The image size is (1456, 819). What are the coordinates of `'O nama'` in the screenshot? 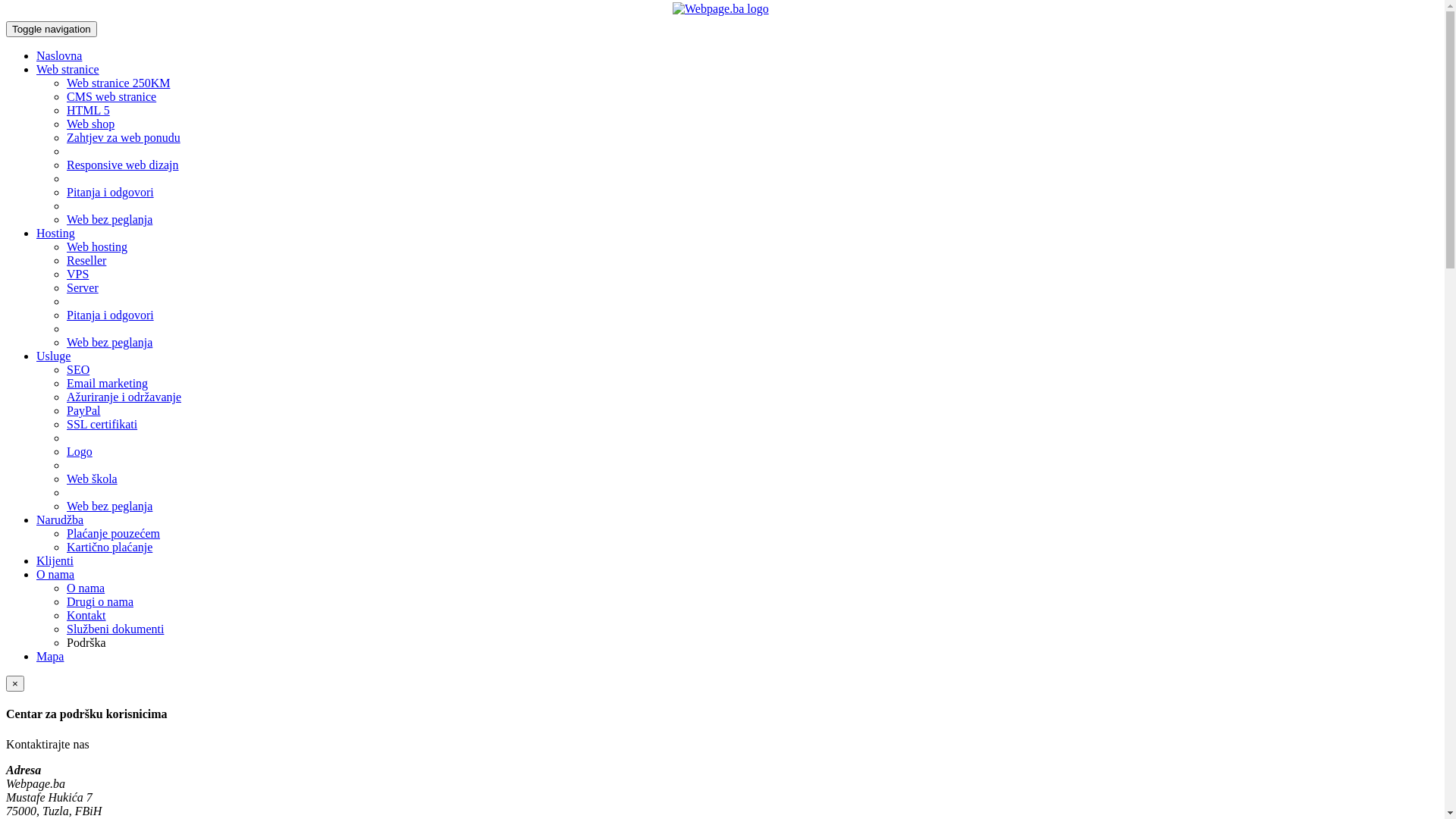 It's located at (36, 574).